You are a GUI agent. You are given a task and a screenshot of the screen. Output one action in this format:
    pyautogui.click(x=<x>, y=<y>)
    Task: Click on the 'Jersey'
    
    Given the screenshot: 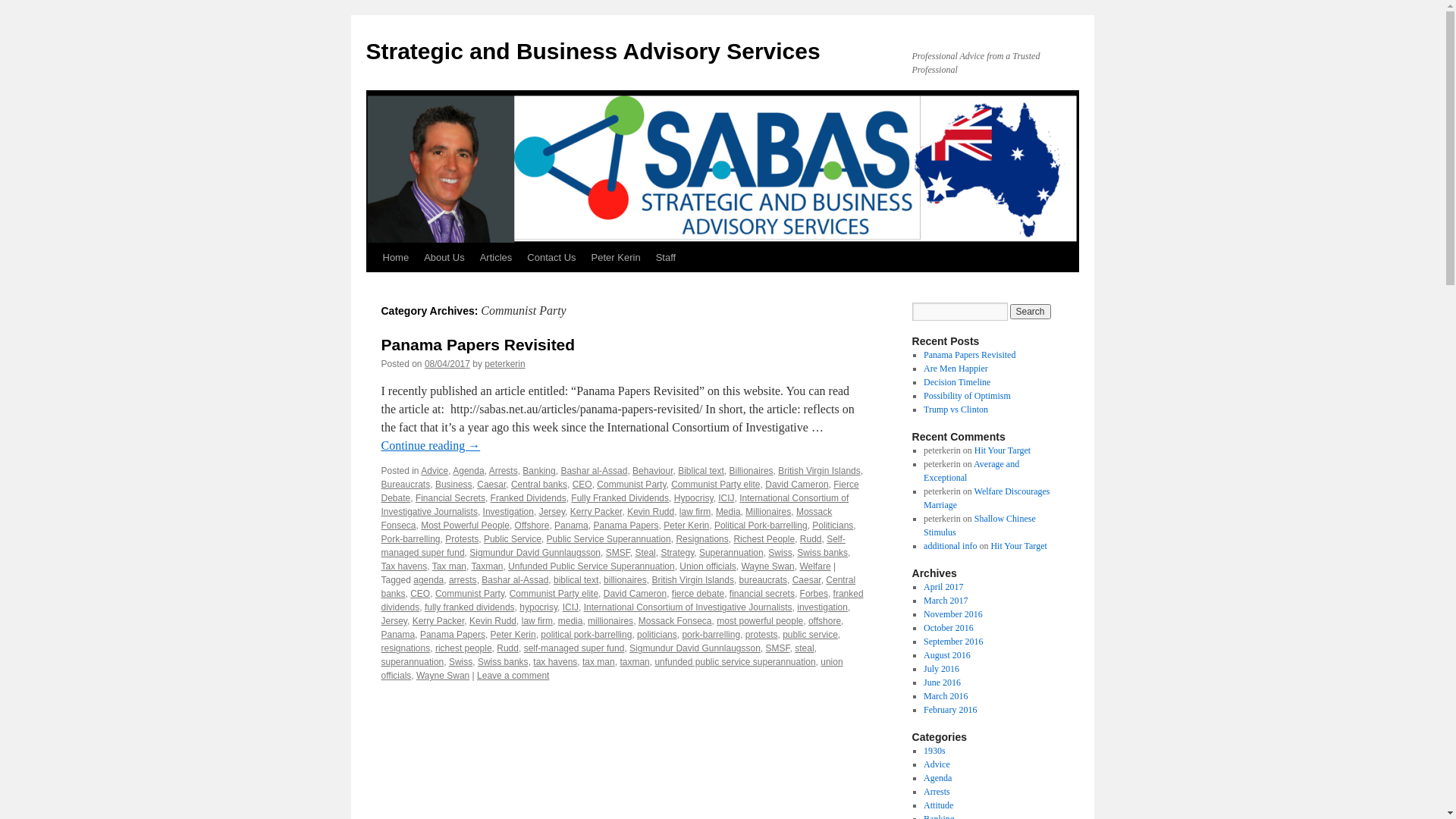 What is the action you would take?
    pyautogui.click(x=381, y=620)
    